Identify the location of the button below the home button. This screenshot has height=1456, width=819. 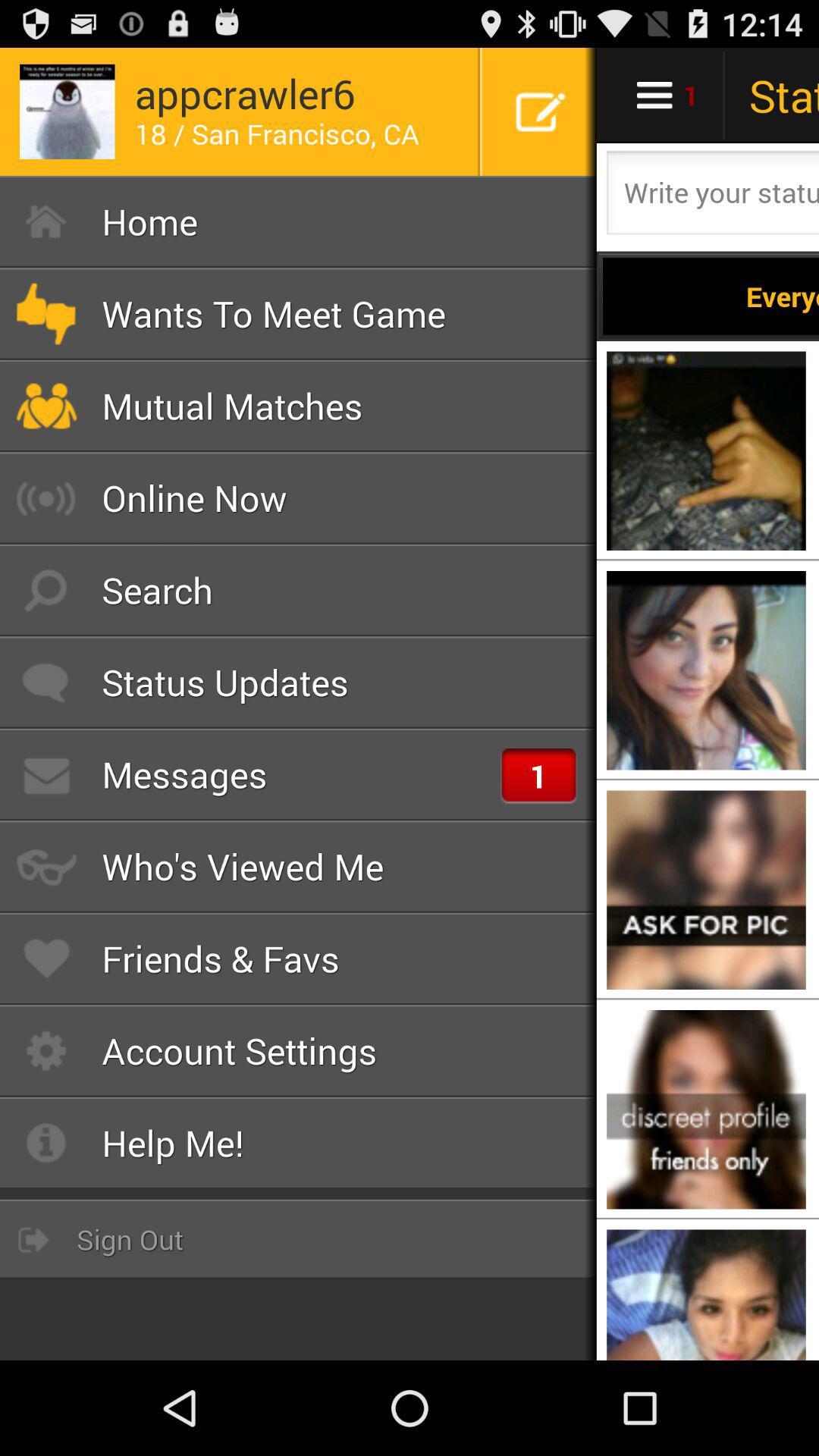
(298, 312).